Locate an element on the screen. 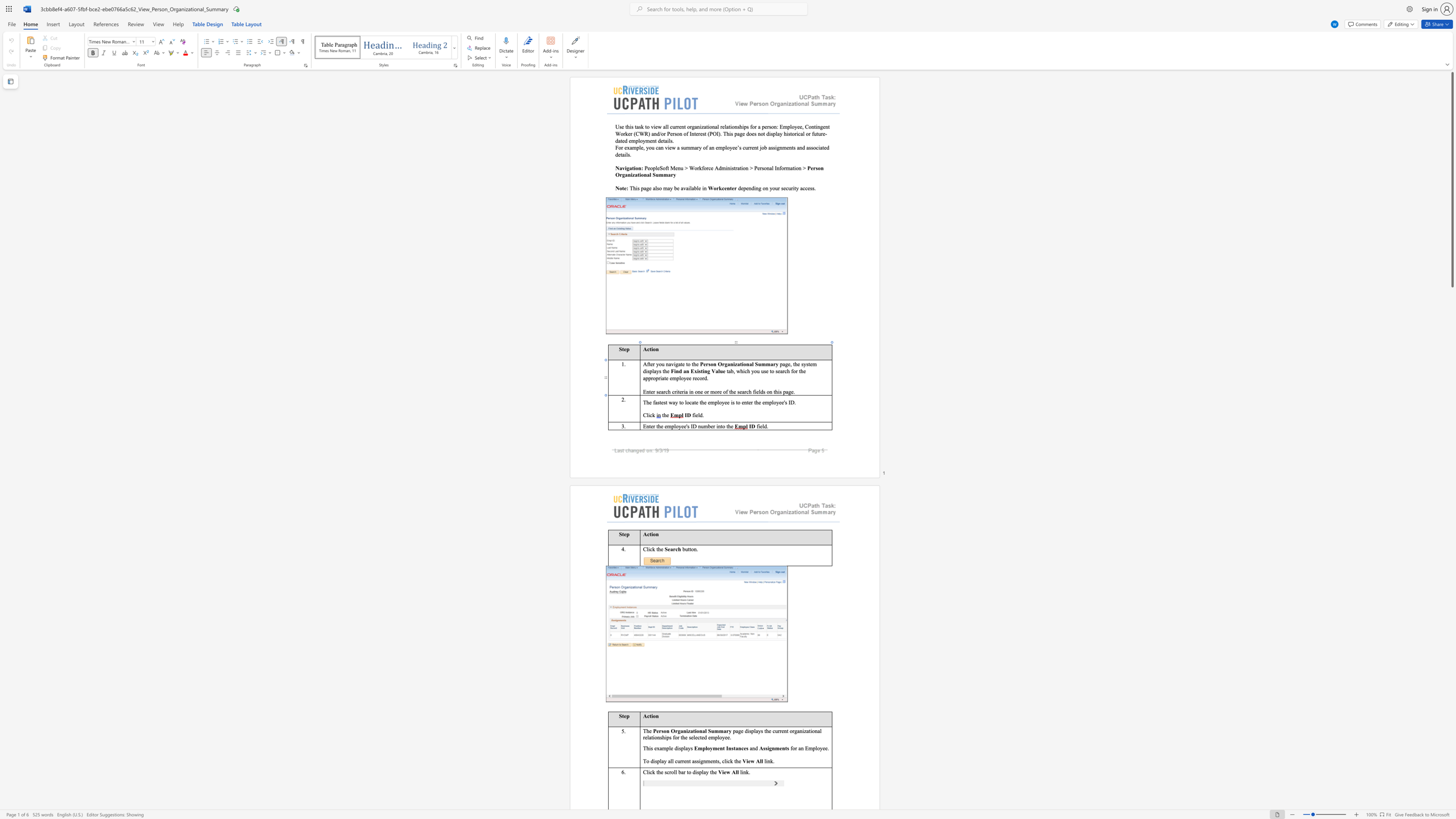 This screenshot has width=1456, height=819. the space between the continuous character "e" and "e" in the text is located at coordinates (726, 738).